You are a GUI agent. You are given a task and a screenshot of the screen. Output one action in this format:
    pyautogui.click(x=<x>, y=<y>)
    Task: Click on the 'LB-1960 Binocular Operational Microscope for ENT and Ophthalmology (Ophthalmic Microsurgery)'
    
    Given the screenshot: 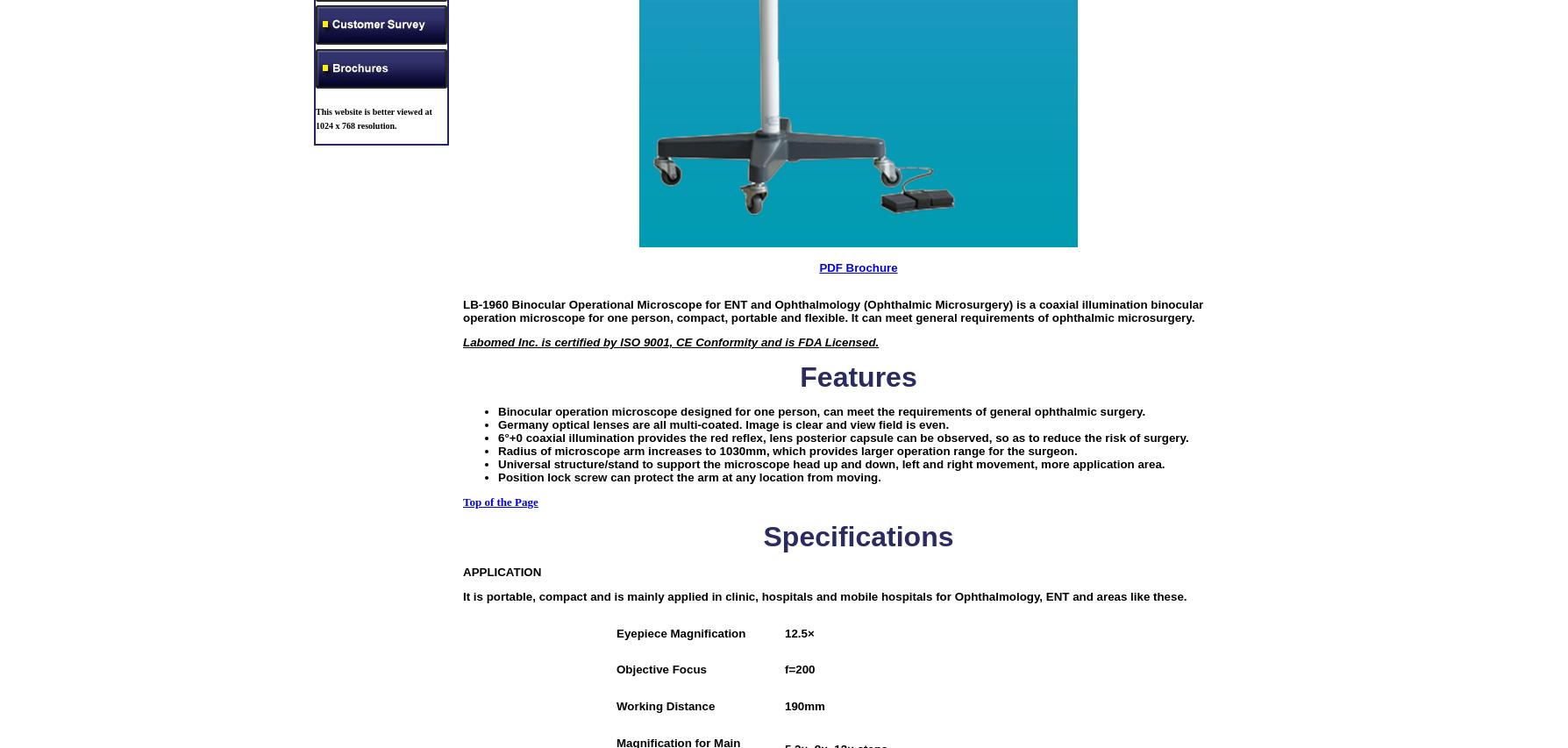 What is the action you would take?
    pyautogui.click(x=737, y=303)
    